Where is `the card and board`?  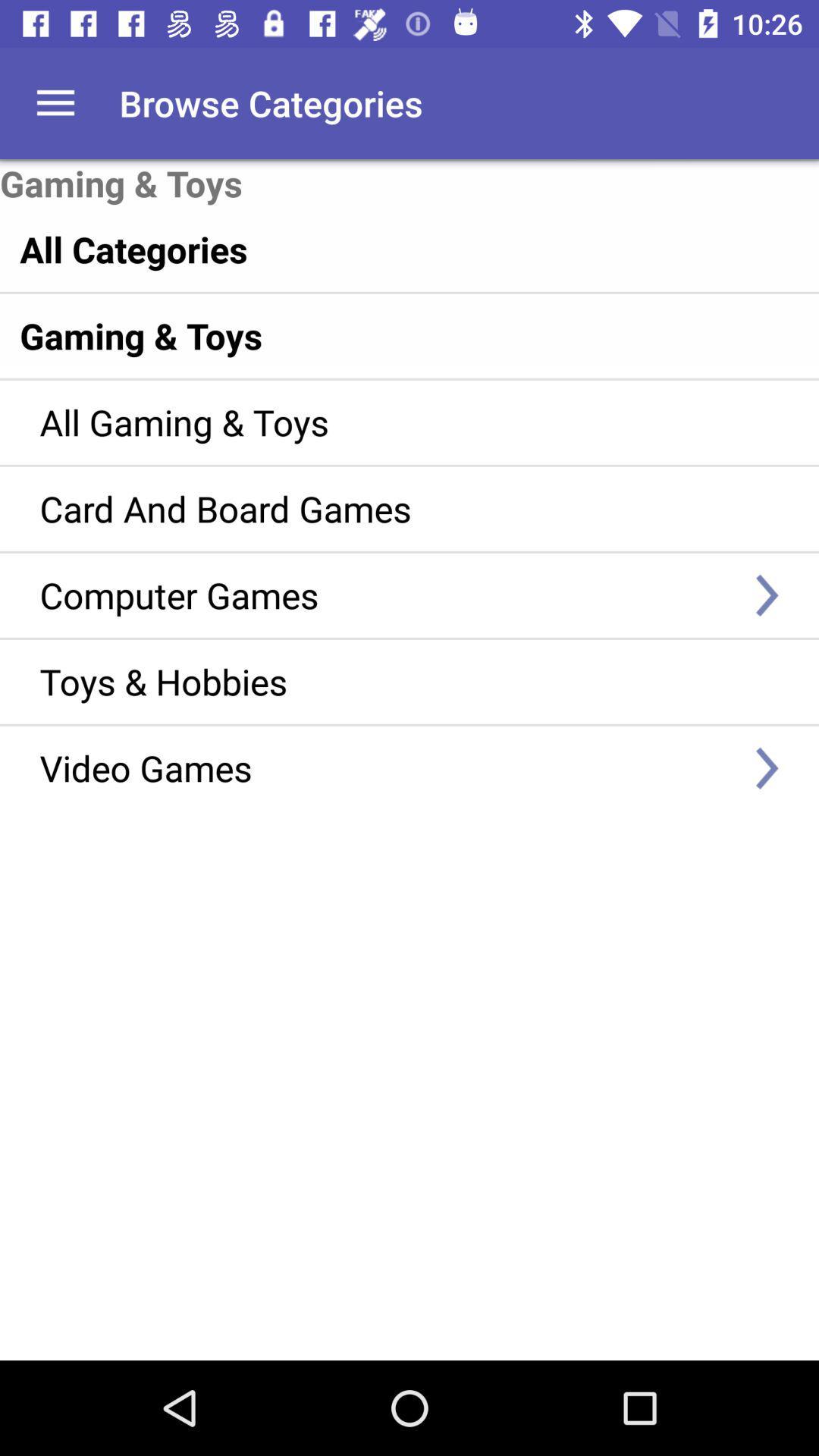 the card and board is located at coordinates (387, 508).